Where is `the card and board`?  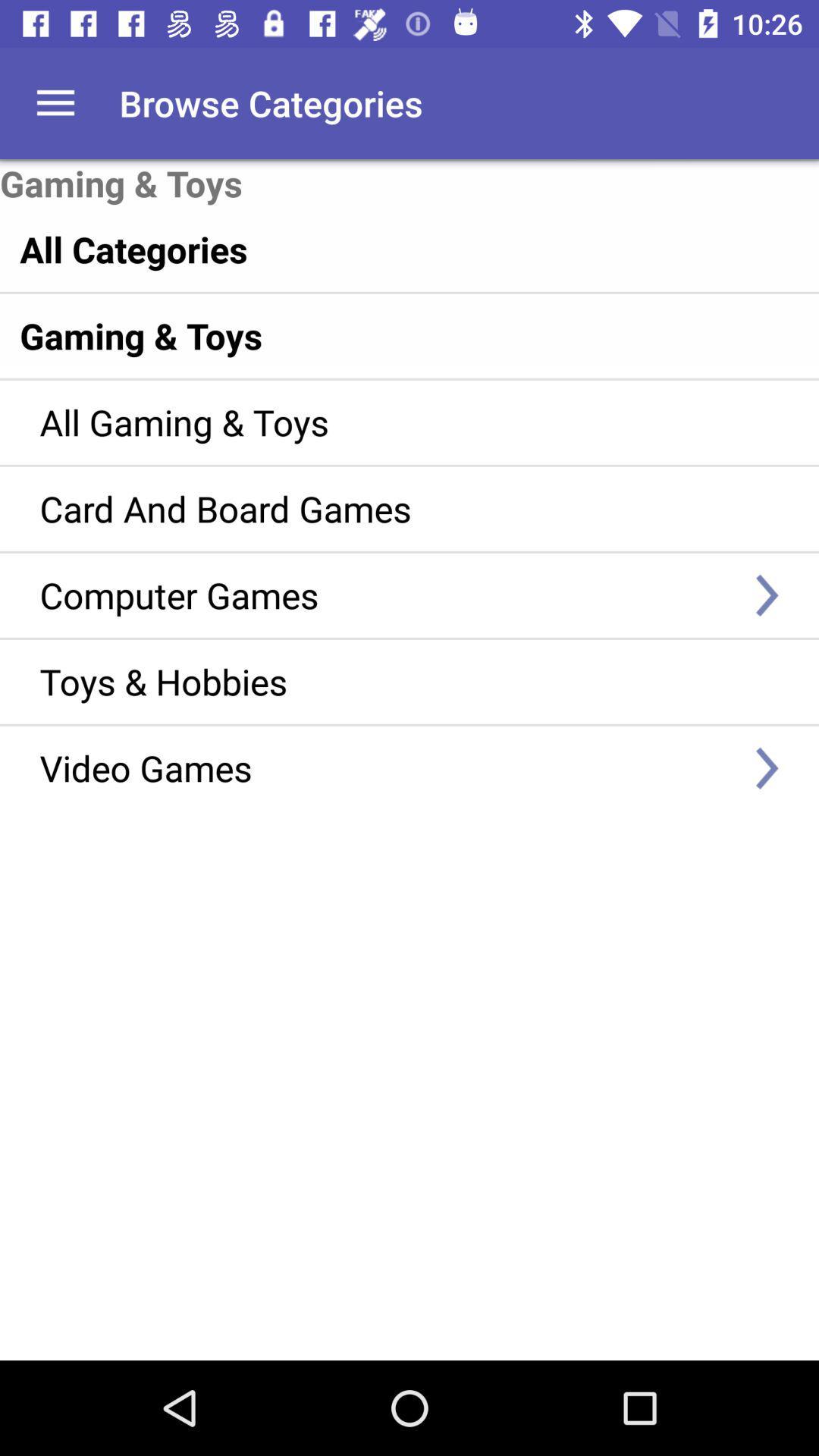 the card and board is located at coordinates (387, 508).